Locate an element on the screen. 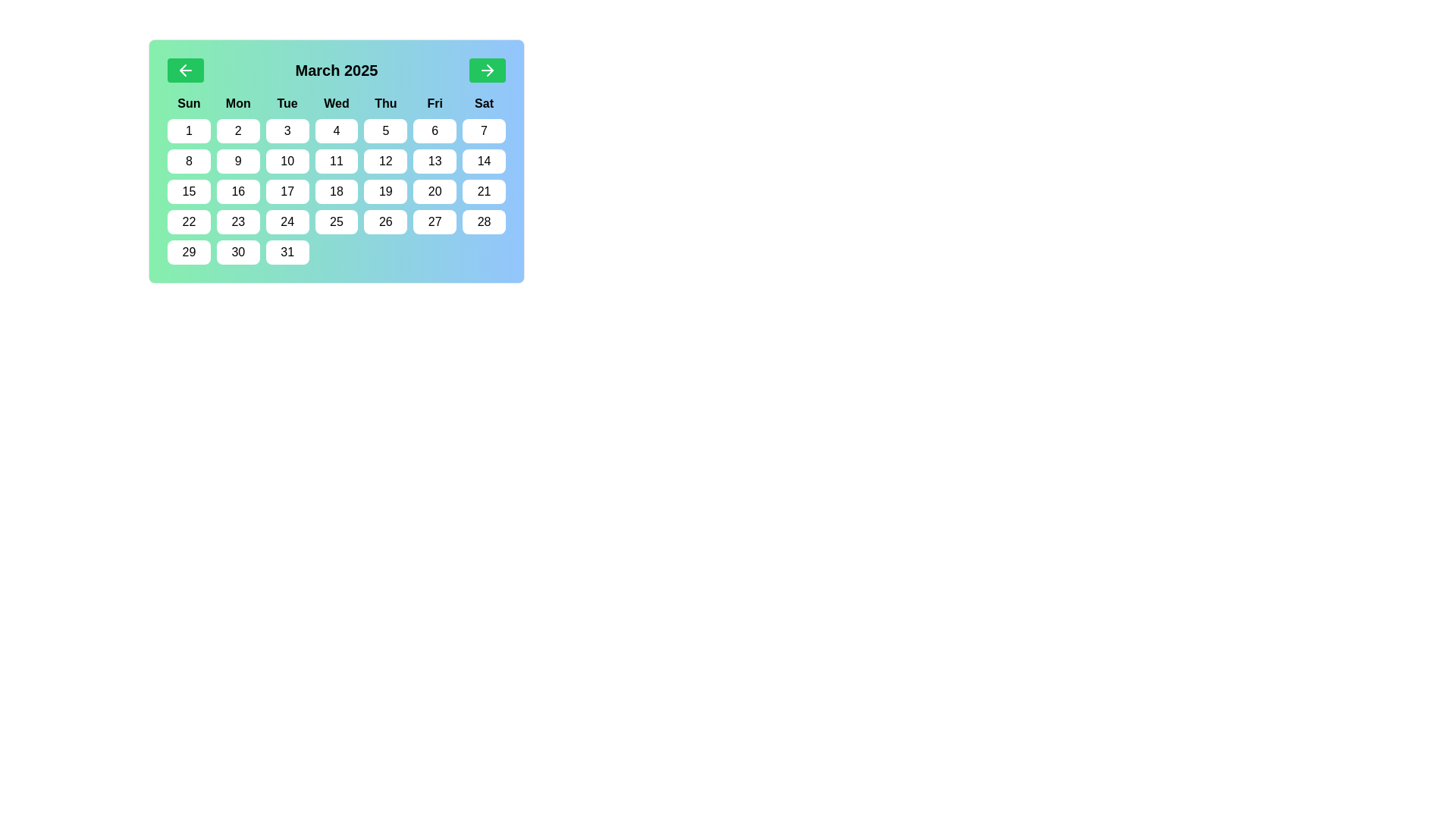 The image size is (1456, 819). the 'Mon' text label displayed in bold, black font on a light green background, which is the second weekday label in the calendar interface is located at coordinates (237, 103).